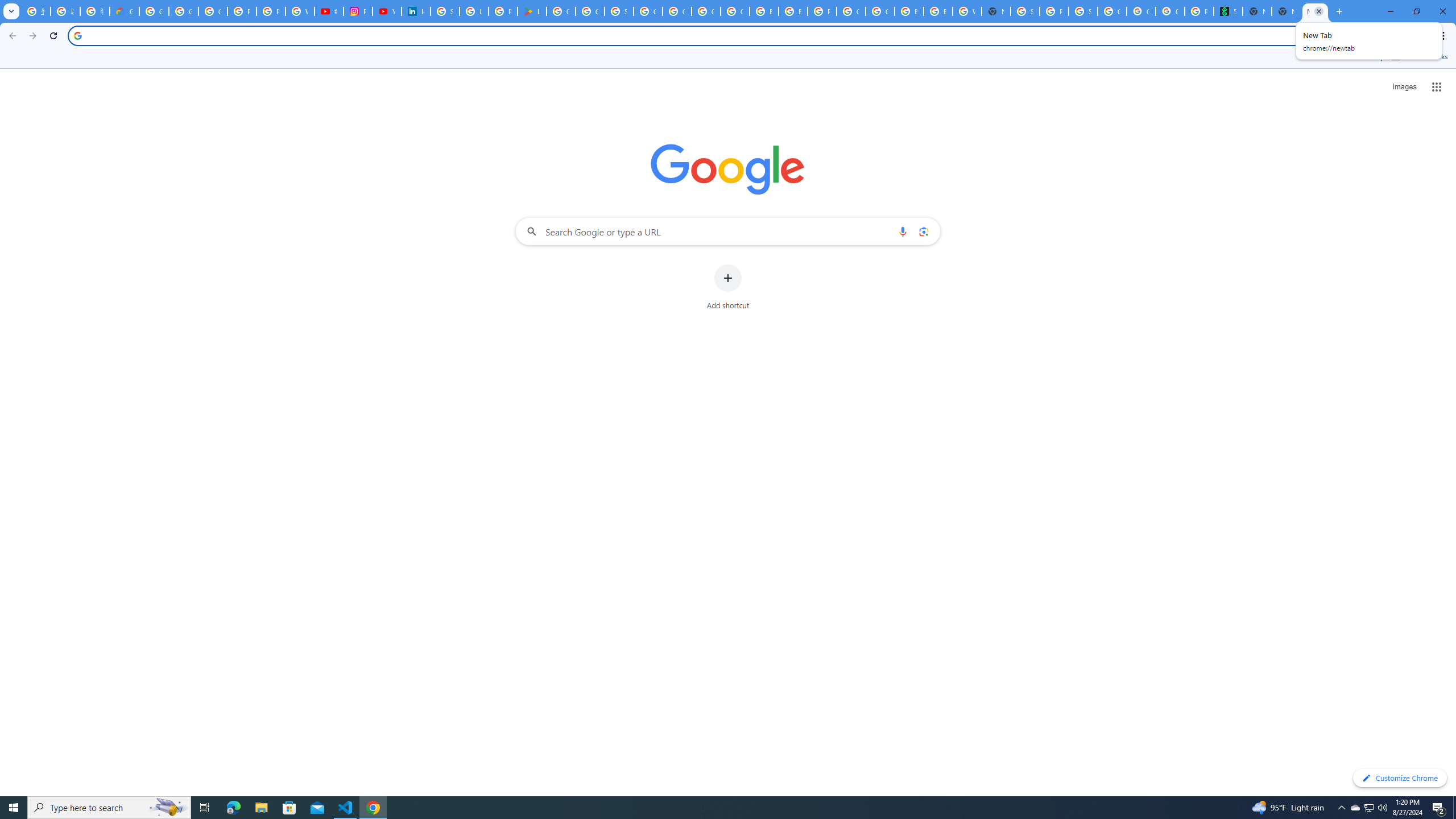 The width and height of the screenshot is (1456, 819). What do you see at coordinates (937, 11) in the screenshot?
I see `'Browse Chrome as a guest - Computer - Google Chrome Help'` at bounding box center [937, 11].